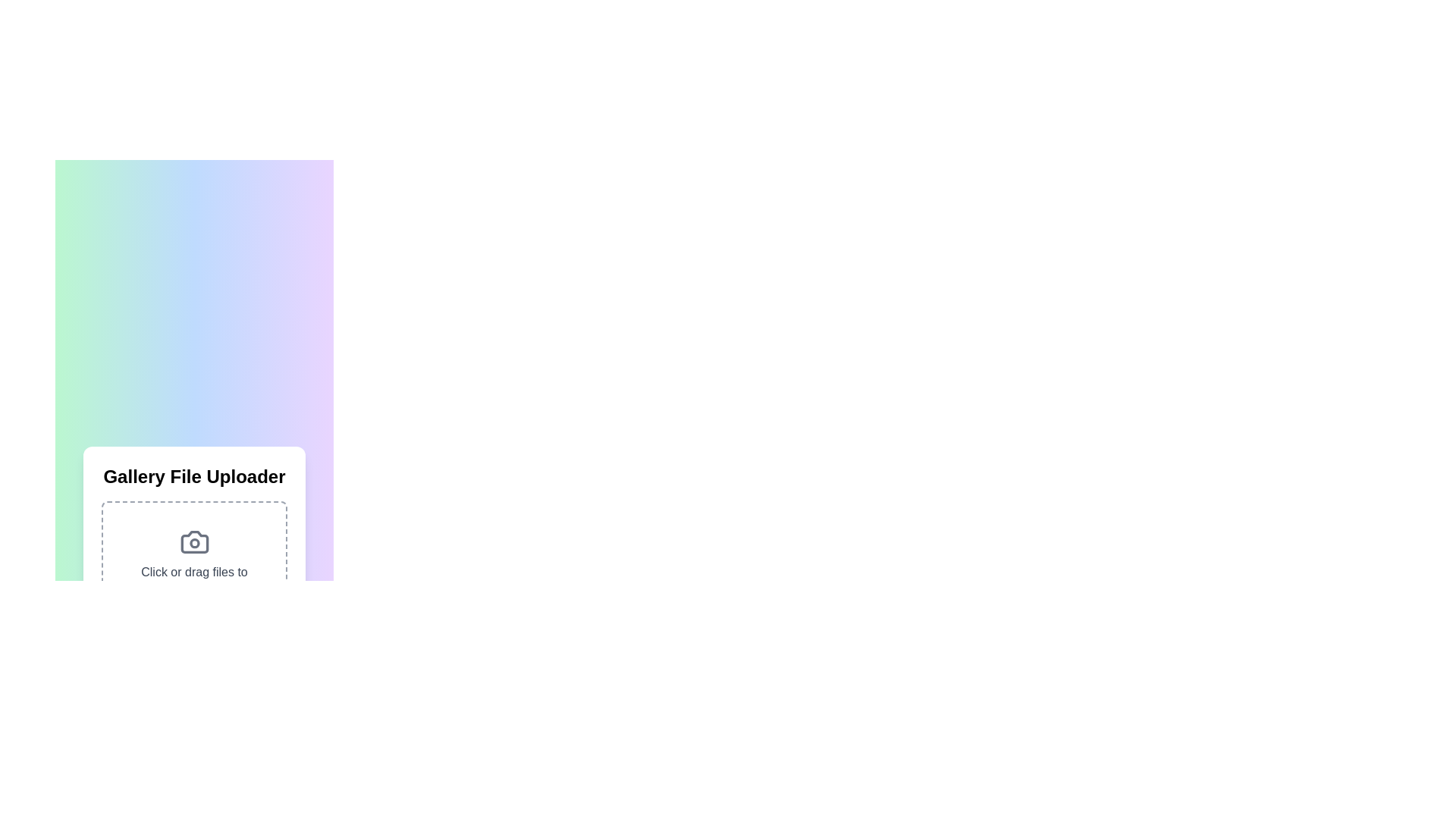 The height and width of the screenshot is (819, 1456). Describe the element at coordinates (193, 542) in the screenshot. I see `the decorative SVG circle element representing the lens of the camera icon, which is centered within the 'Gallery File Uploader' component` at that location.